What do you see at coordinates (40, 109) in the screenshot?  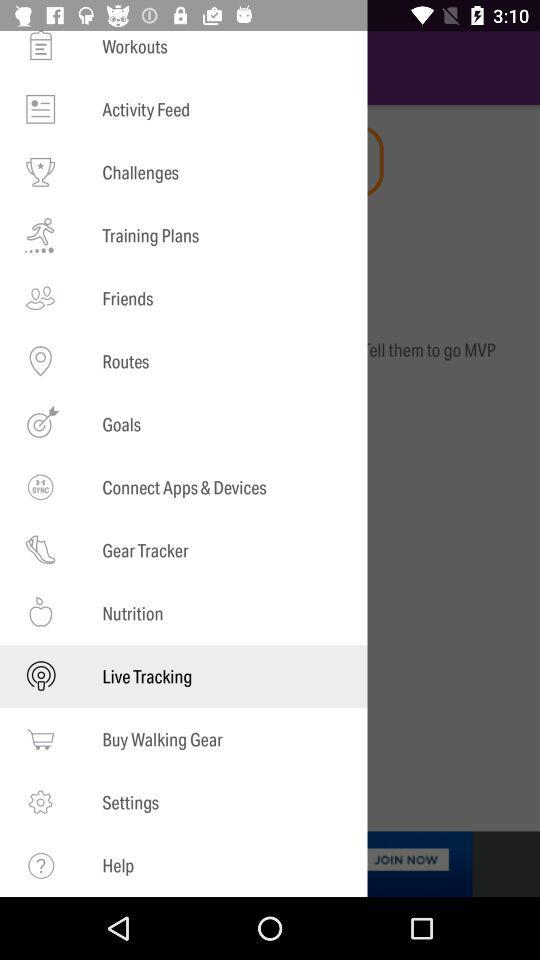 I see `the icon which is left to the text activity feed` at bounding box center [40, 109].